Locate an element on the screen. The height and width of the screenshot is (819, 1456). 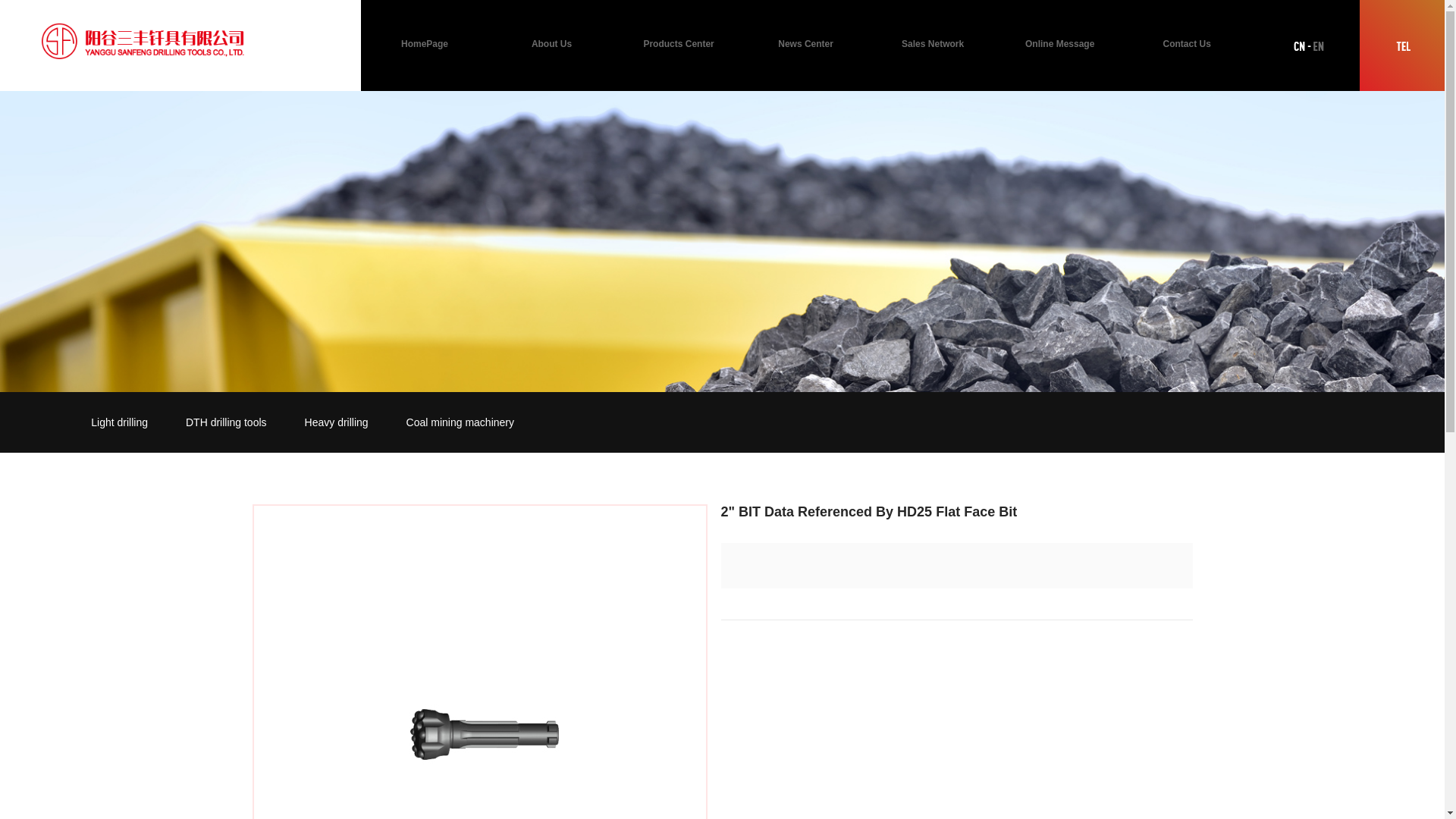
'HomePage' is located at coordinates (425, 43).